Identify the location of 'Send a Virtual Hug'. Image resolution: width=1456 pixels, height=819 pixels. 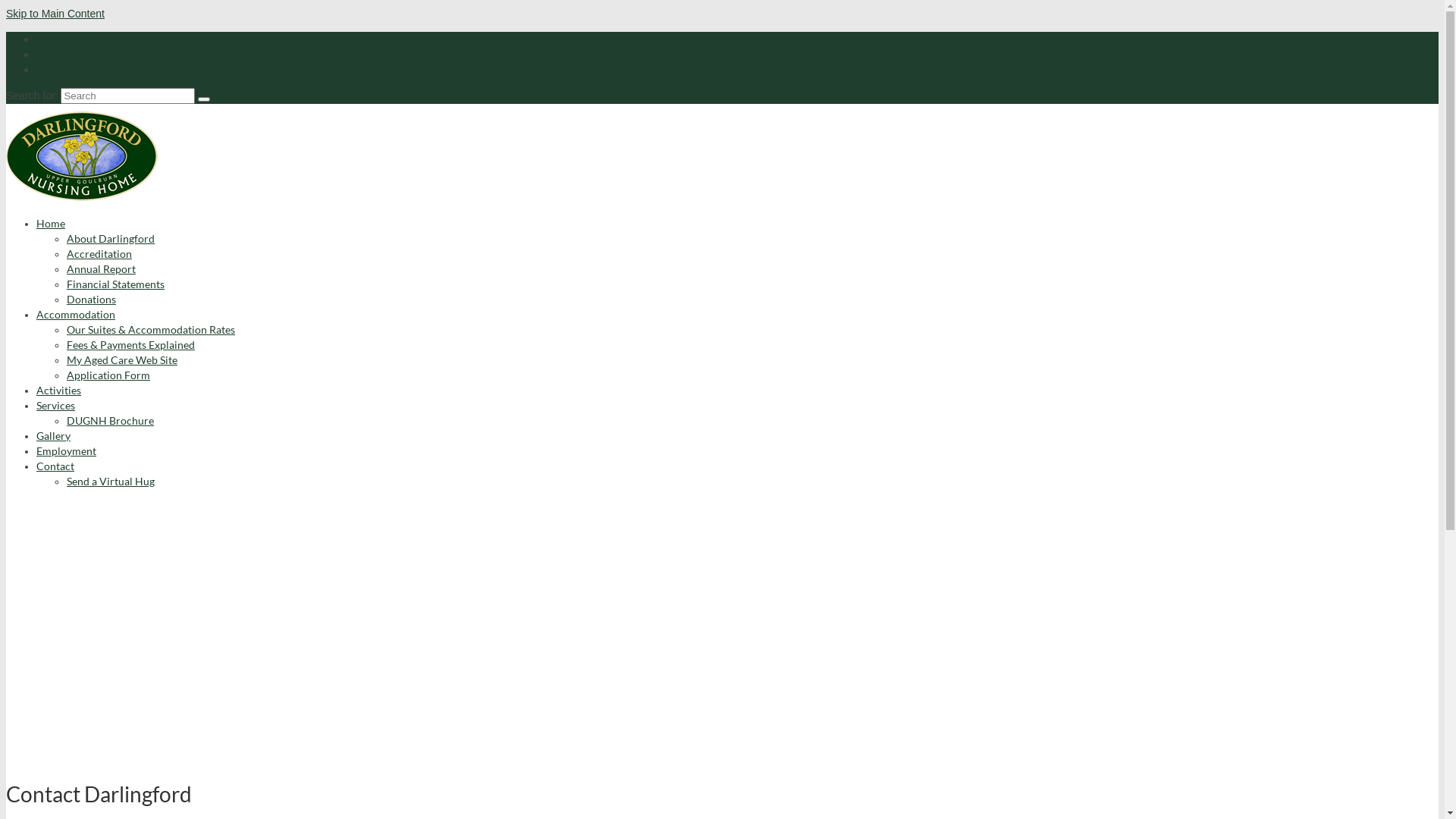
(65, 481).